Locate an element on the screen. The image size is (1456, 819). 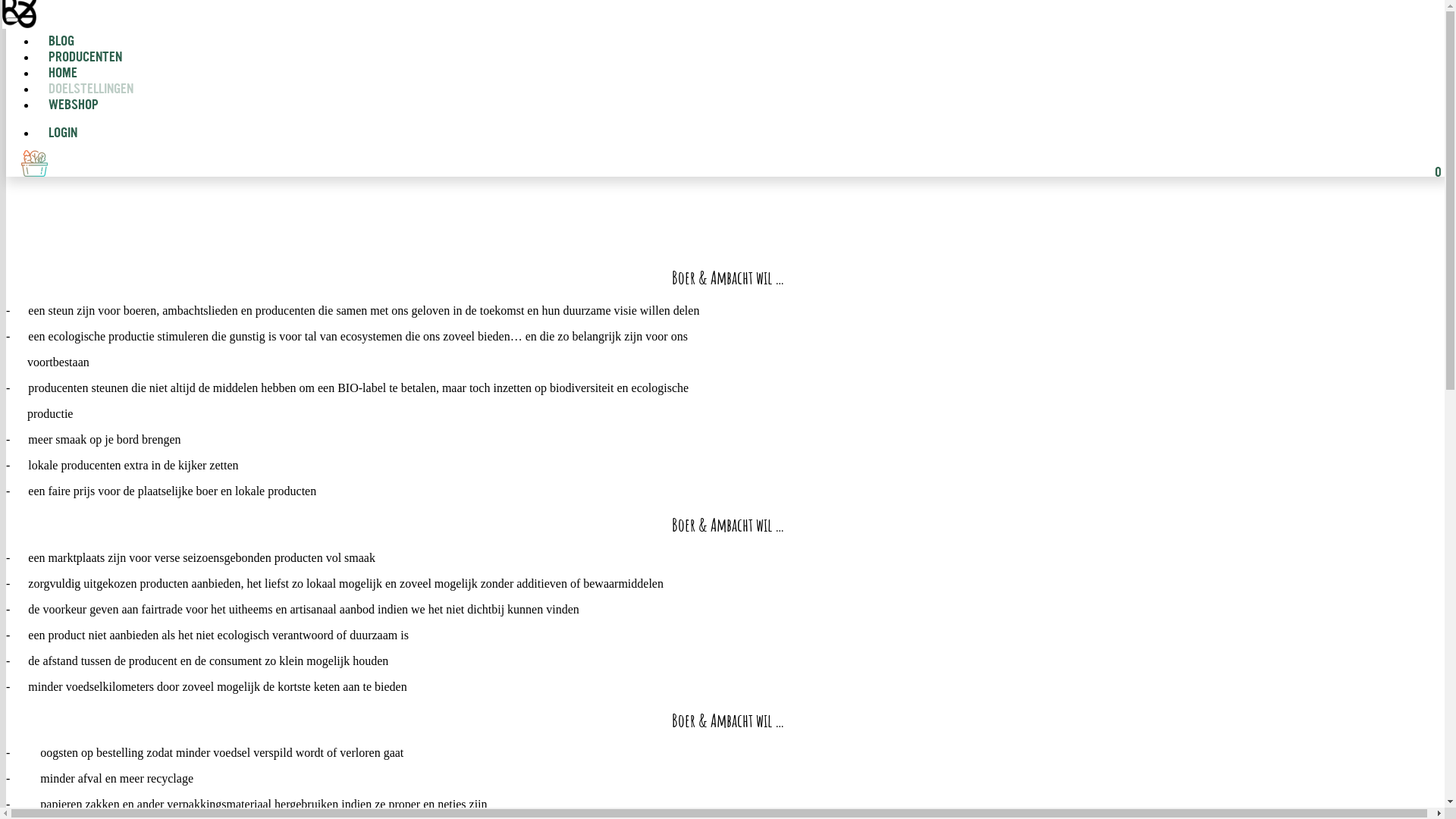
'Winkelmand' is located at coordinates (21, 163).